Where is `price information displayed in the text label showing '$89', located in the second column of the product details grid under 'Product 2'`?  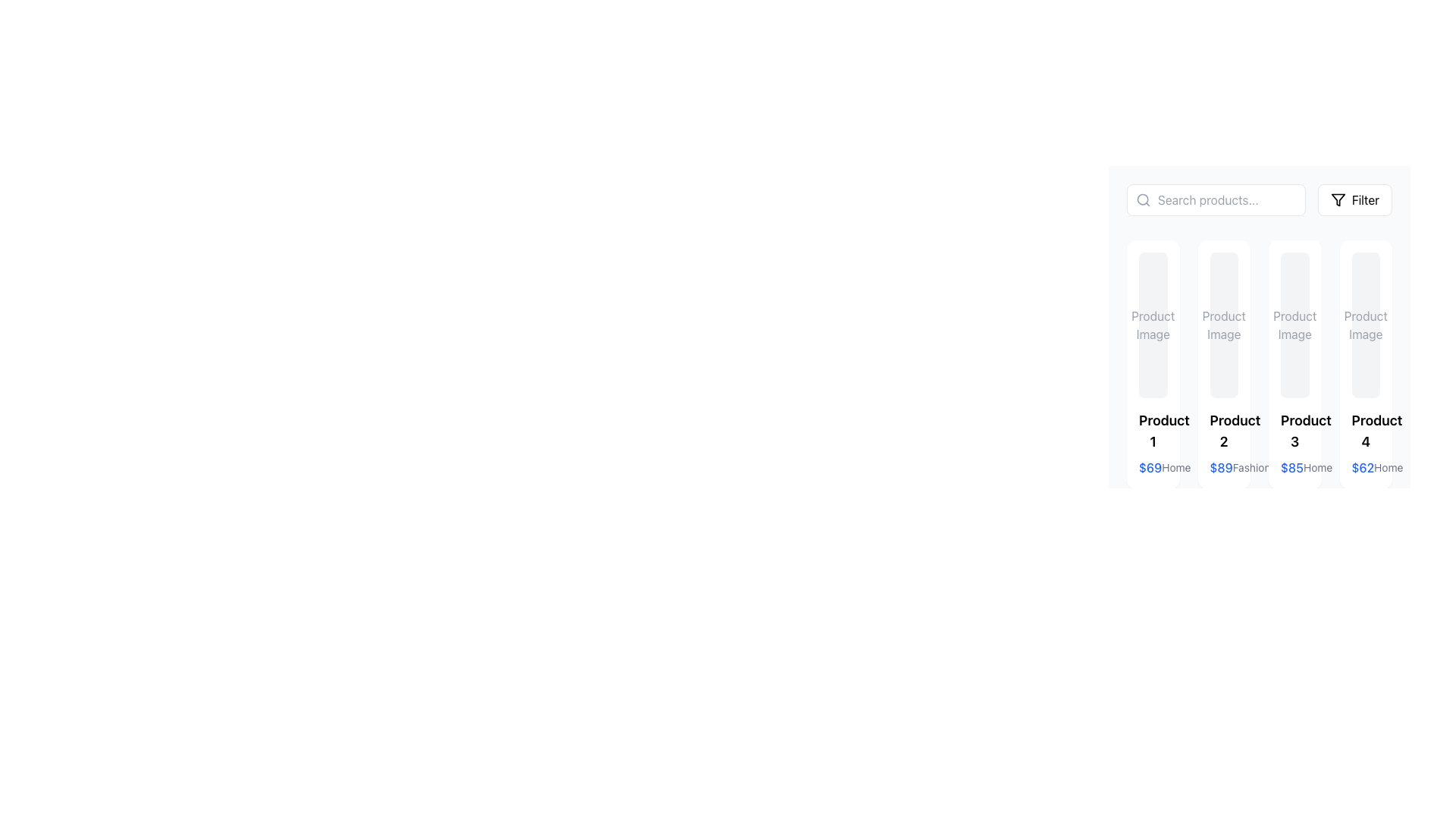
price information displayed in the text label showing '$89', located in the second column of the product details grid under 'Product 2' is located at coordinates (1221, 467).